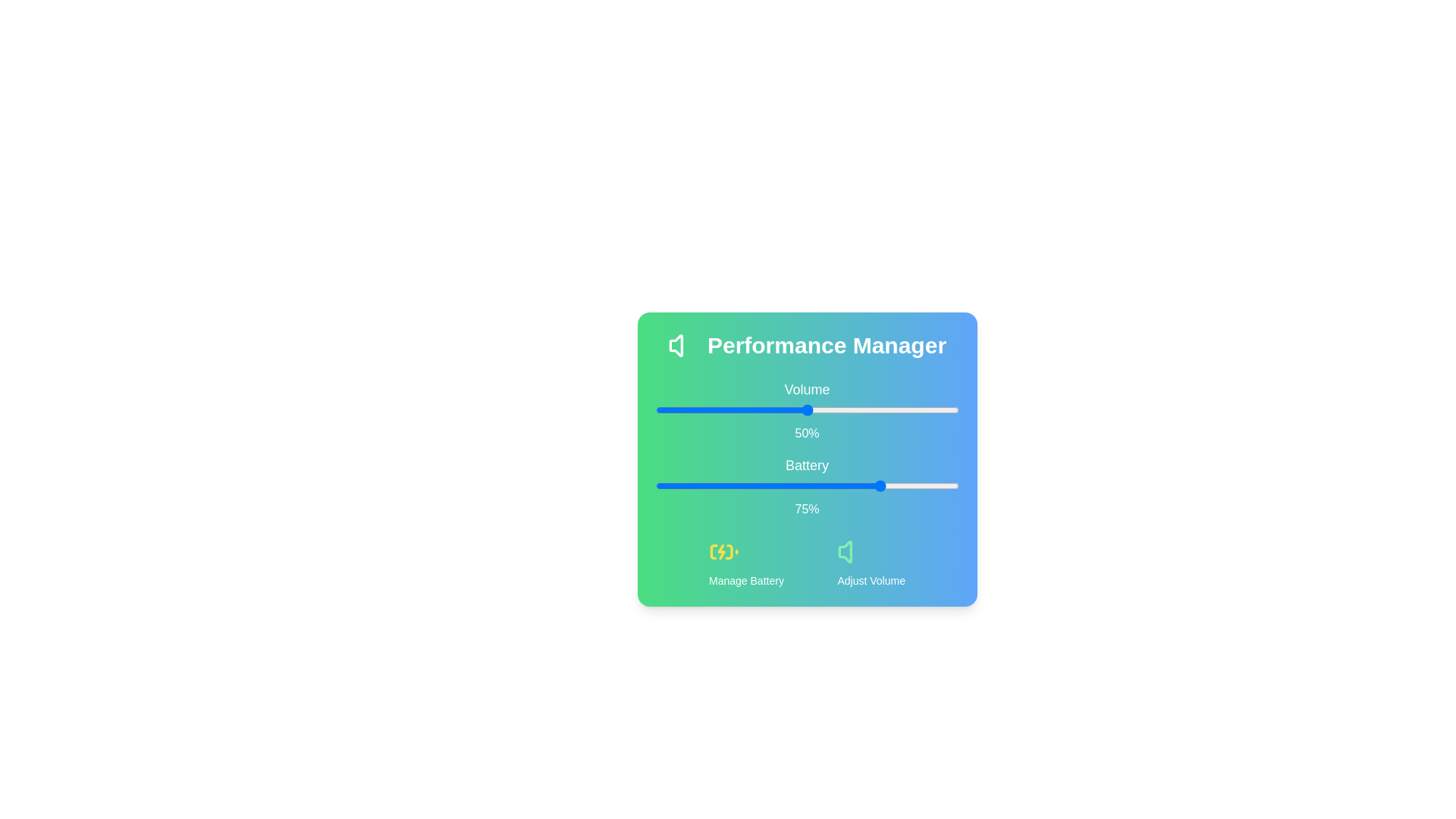 The image size is (1456, 819). I want to click on the volume slider to 62%, so click(843, 409).